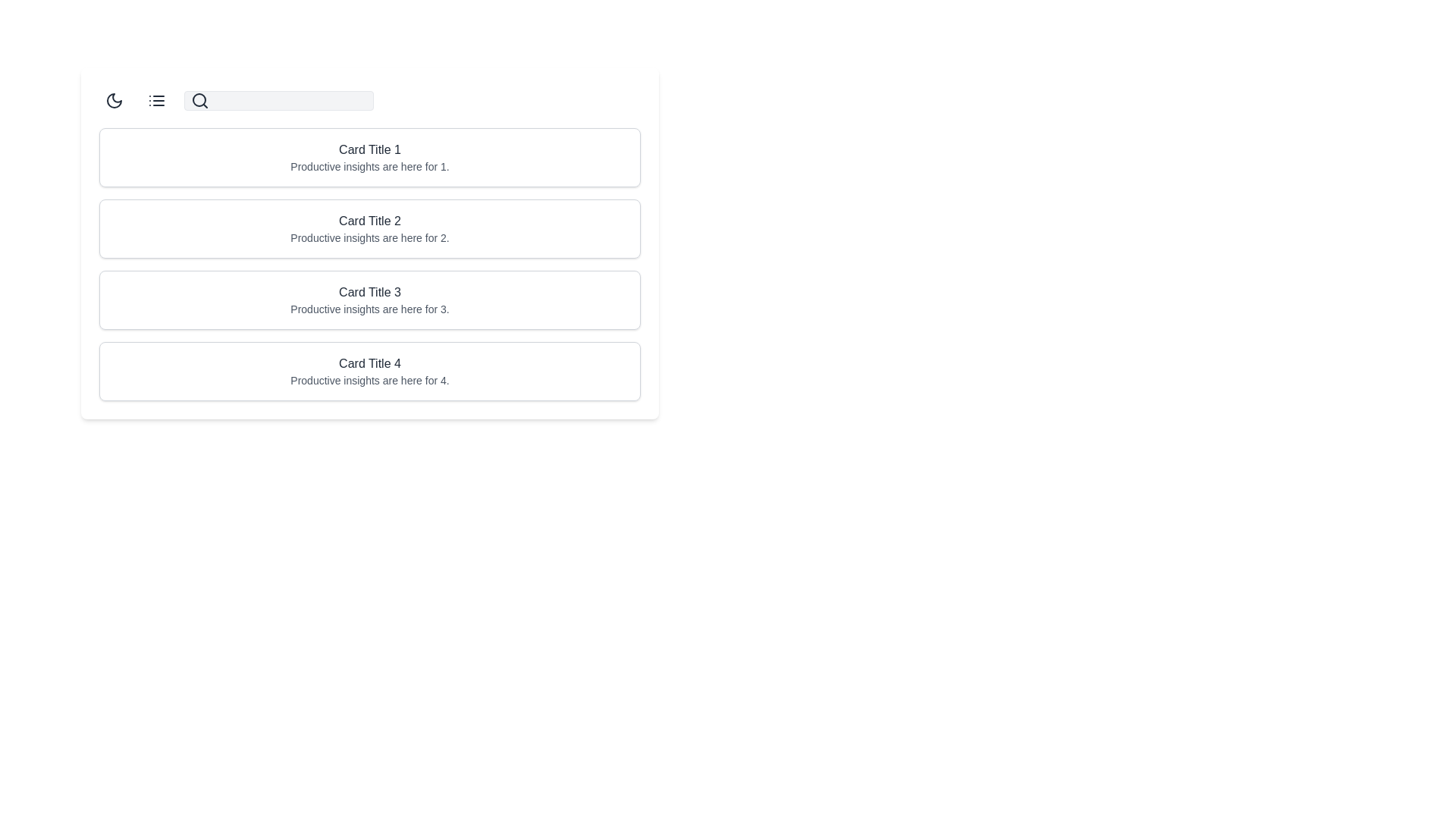  What do you see at coordinates (370, 363) in the screenshot?
I see `the text element displaying 'Card Title 4' for navigation or action, located at the top of the fourth card in the list` at bounding box center [370, 363].